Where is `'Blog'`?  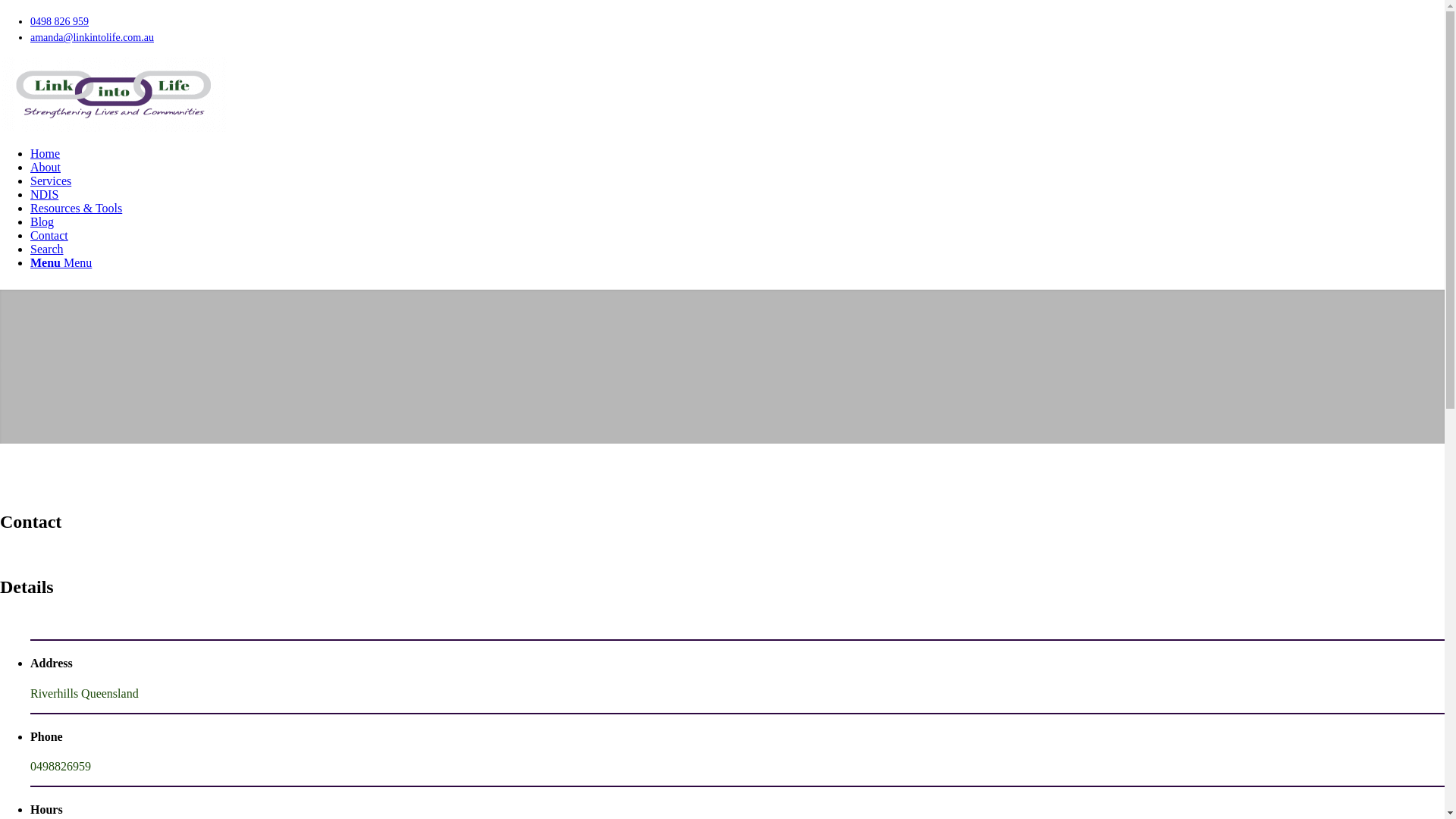
'Blog' is located at coordinates (42, 221).